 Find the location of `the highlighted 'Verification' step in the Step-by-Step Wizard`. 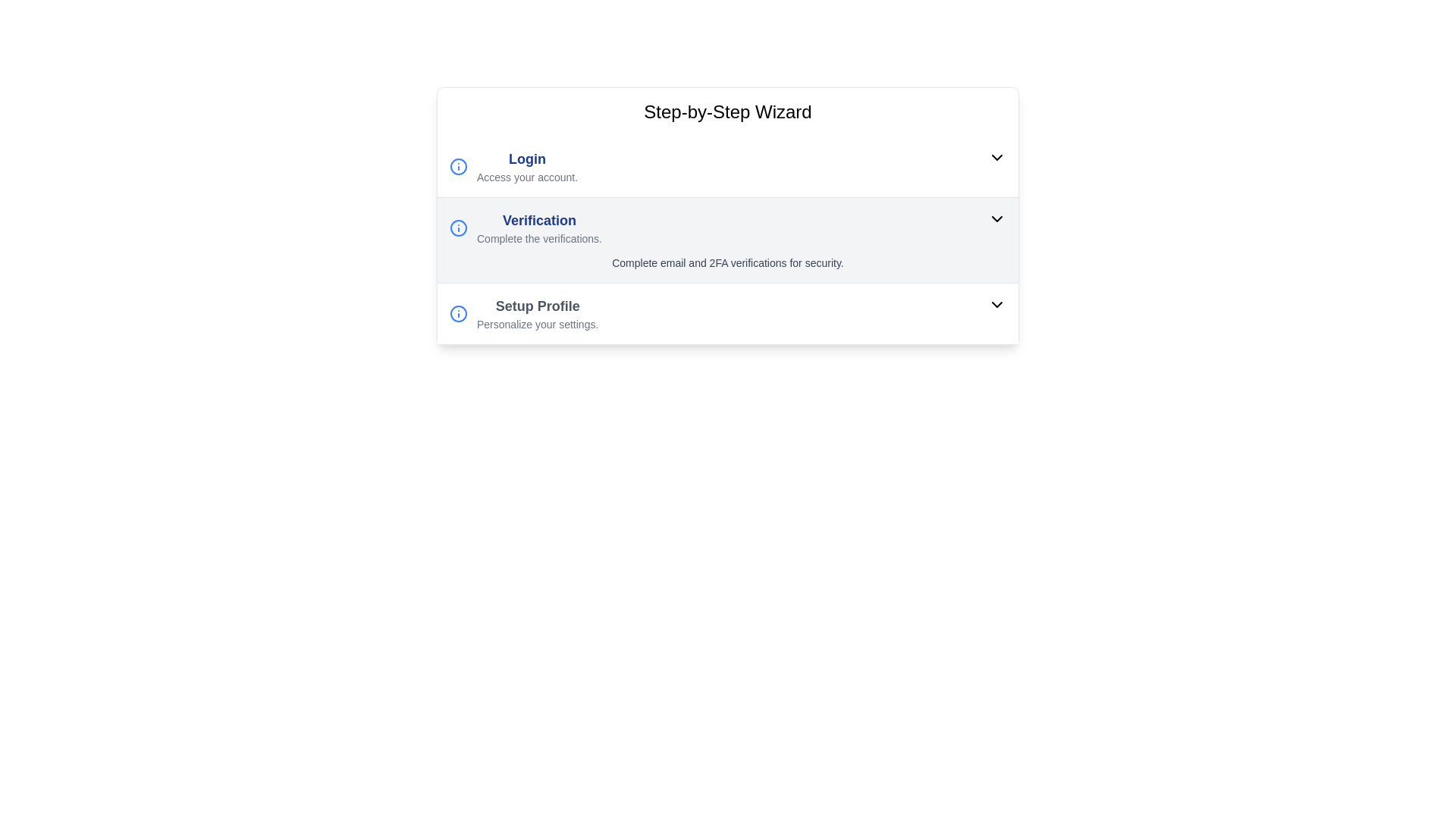

the highlighted 'Verification' step in the Step-by-Step Wizard is located at coordinates (728, 216).